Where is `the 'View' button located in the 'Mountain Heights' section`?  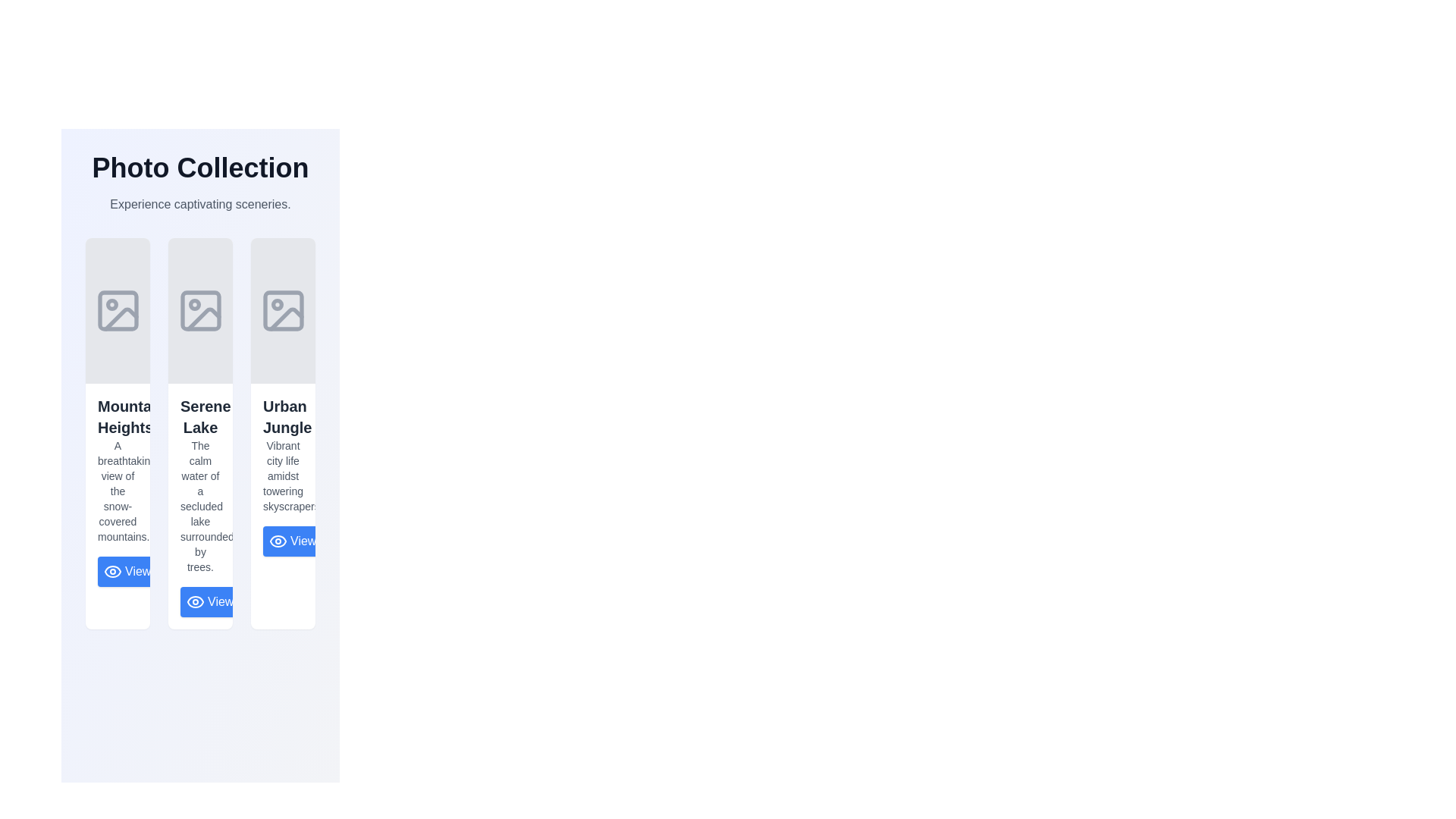 the 'View' button located in the 'Mountain Heights' section is located at coordinates (117, 571).